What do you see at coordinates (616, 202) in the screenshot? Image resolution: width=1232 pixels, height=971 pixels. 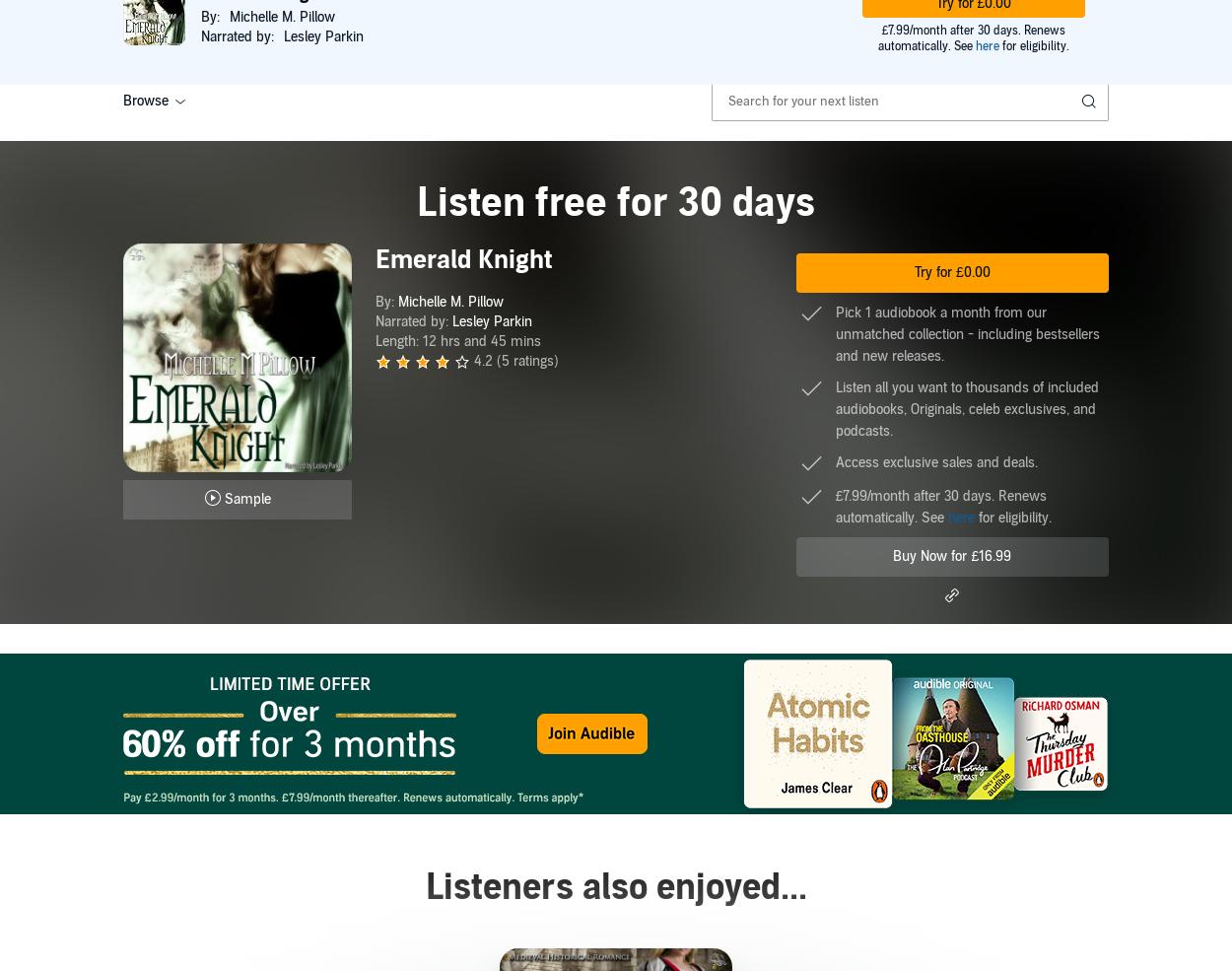 I see `'Listen free for 30 days'` at bounding box center [616, 202].